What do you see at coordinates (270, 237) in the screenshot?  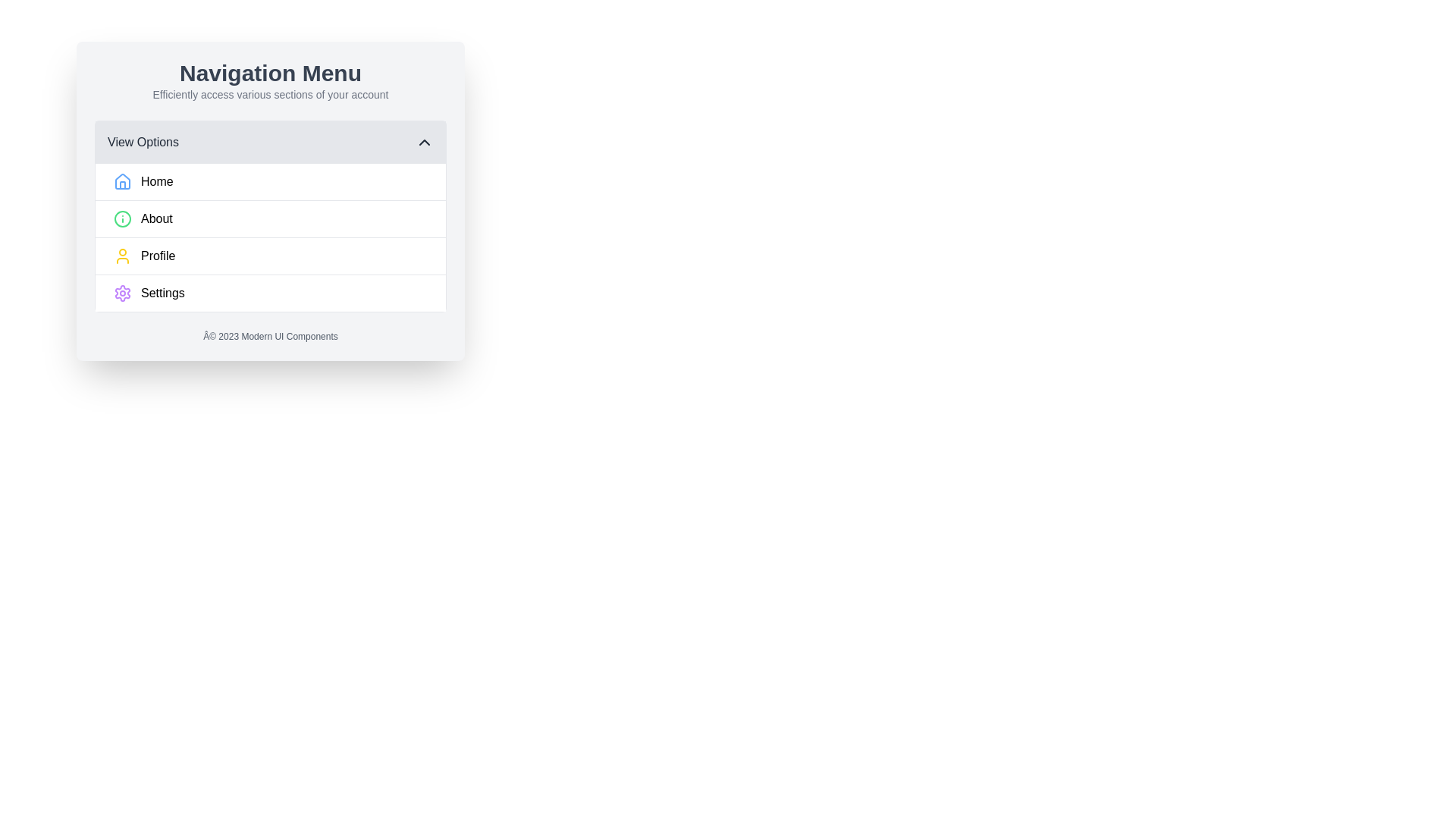 I see `over the navigation menu located below the 'View Options' header for custom actions` at bounding box center [270, 237].